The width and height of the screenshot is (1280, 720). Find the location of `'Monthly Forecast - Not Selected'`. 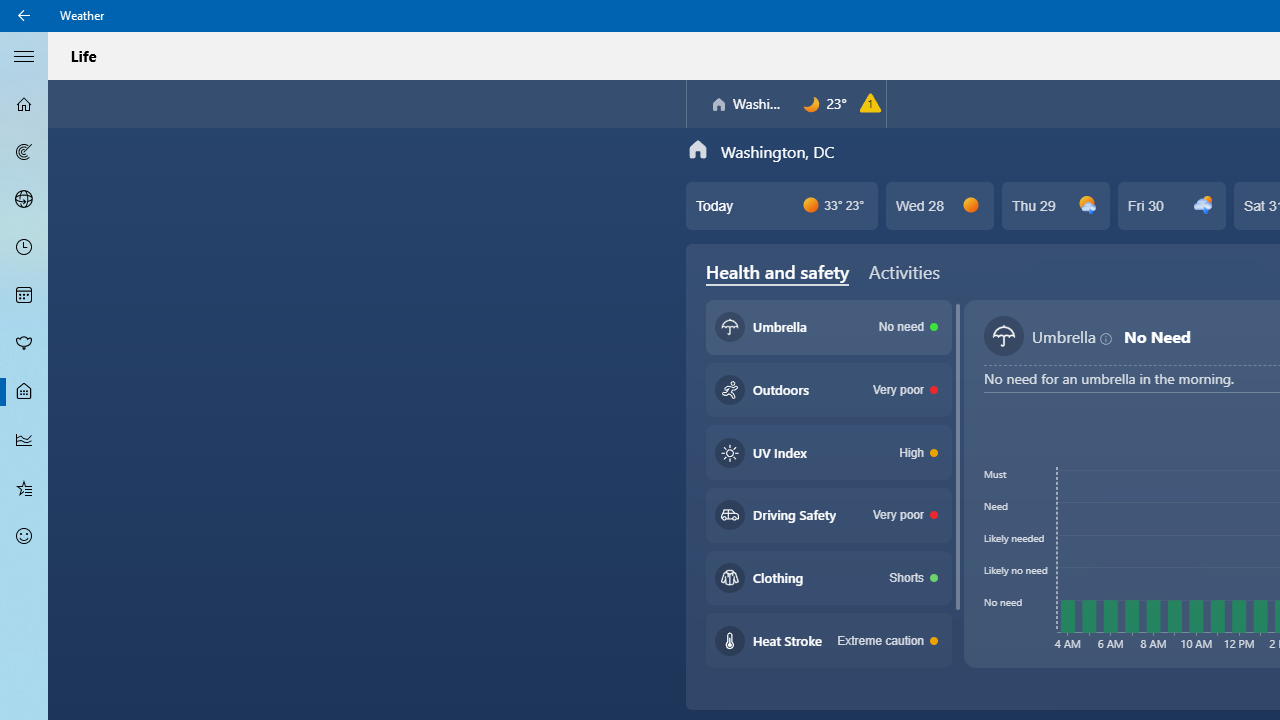

'Monthly Forecast - Not Selected' is located at coordinates (24, 295).